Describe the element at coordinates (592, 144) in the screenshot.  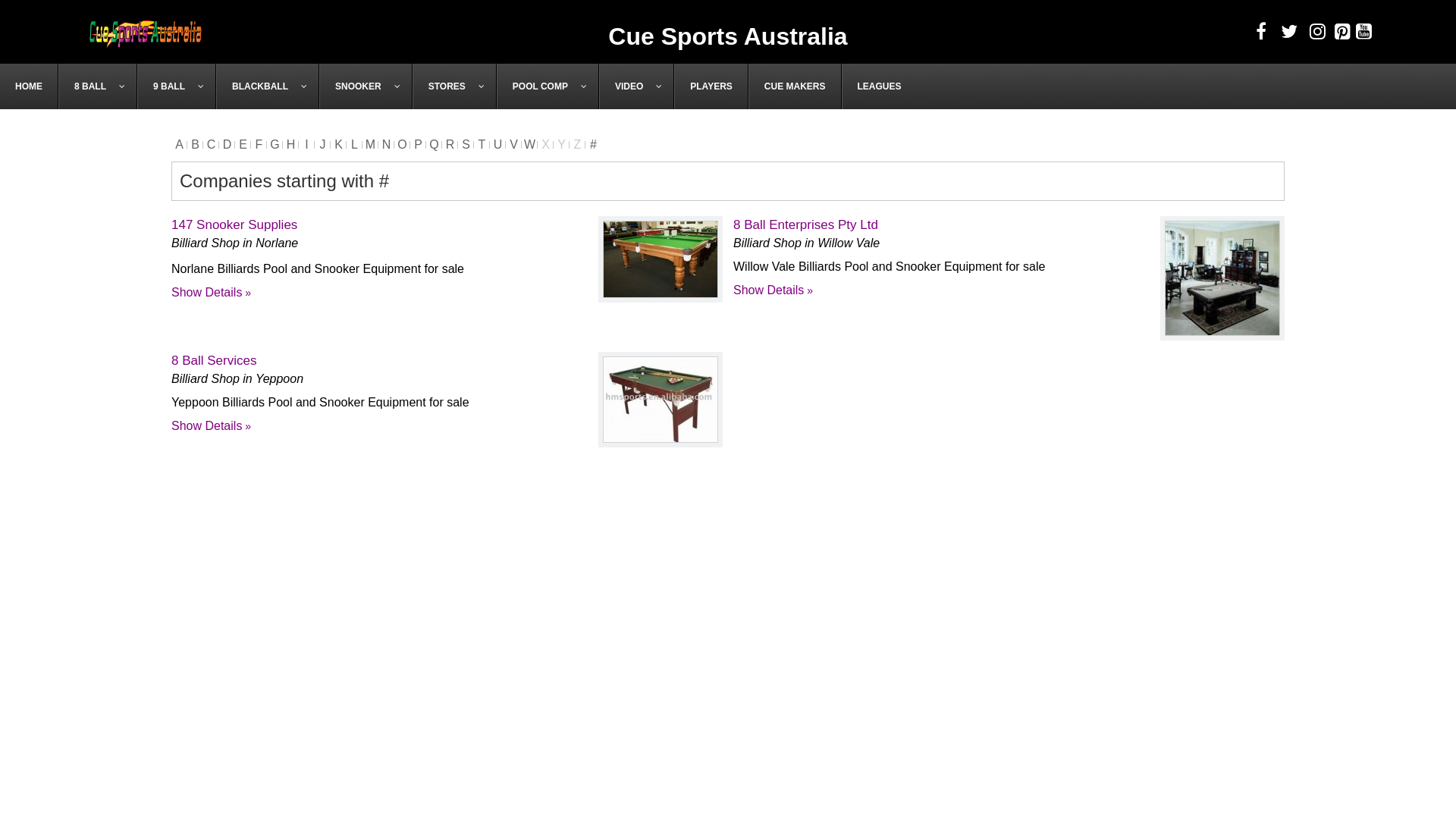
I see `'#'` at that location.